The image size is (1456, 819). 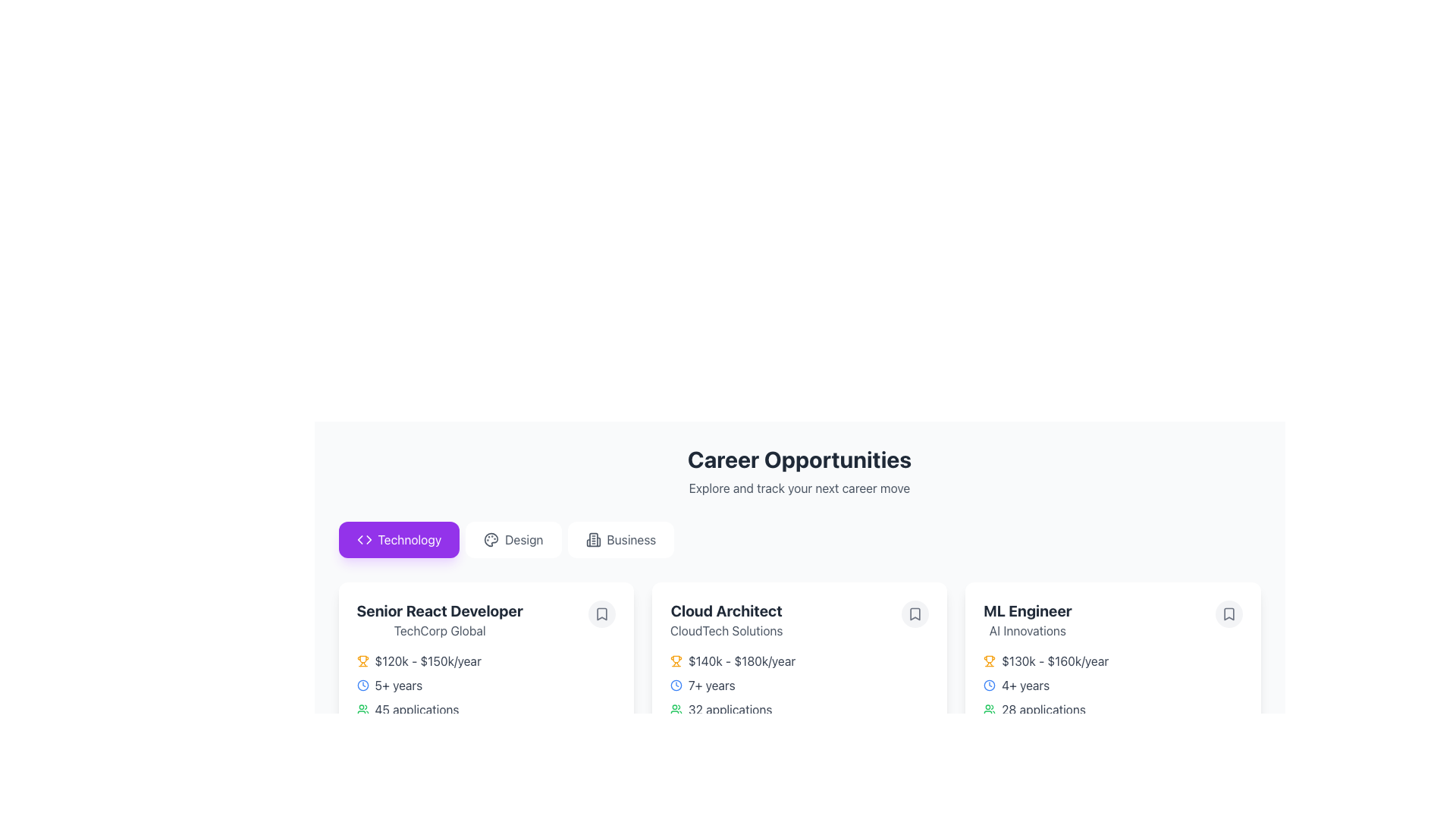 I want to click on the leftmost button in the row of buttons below the 'Career Opportunities' title, so click(x=399, y=539).